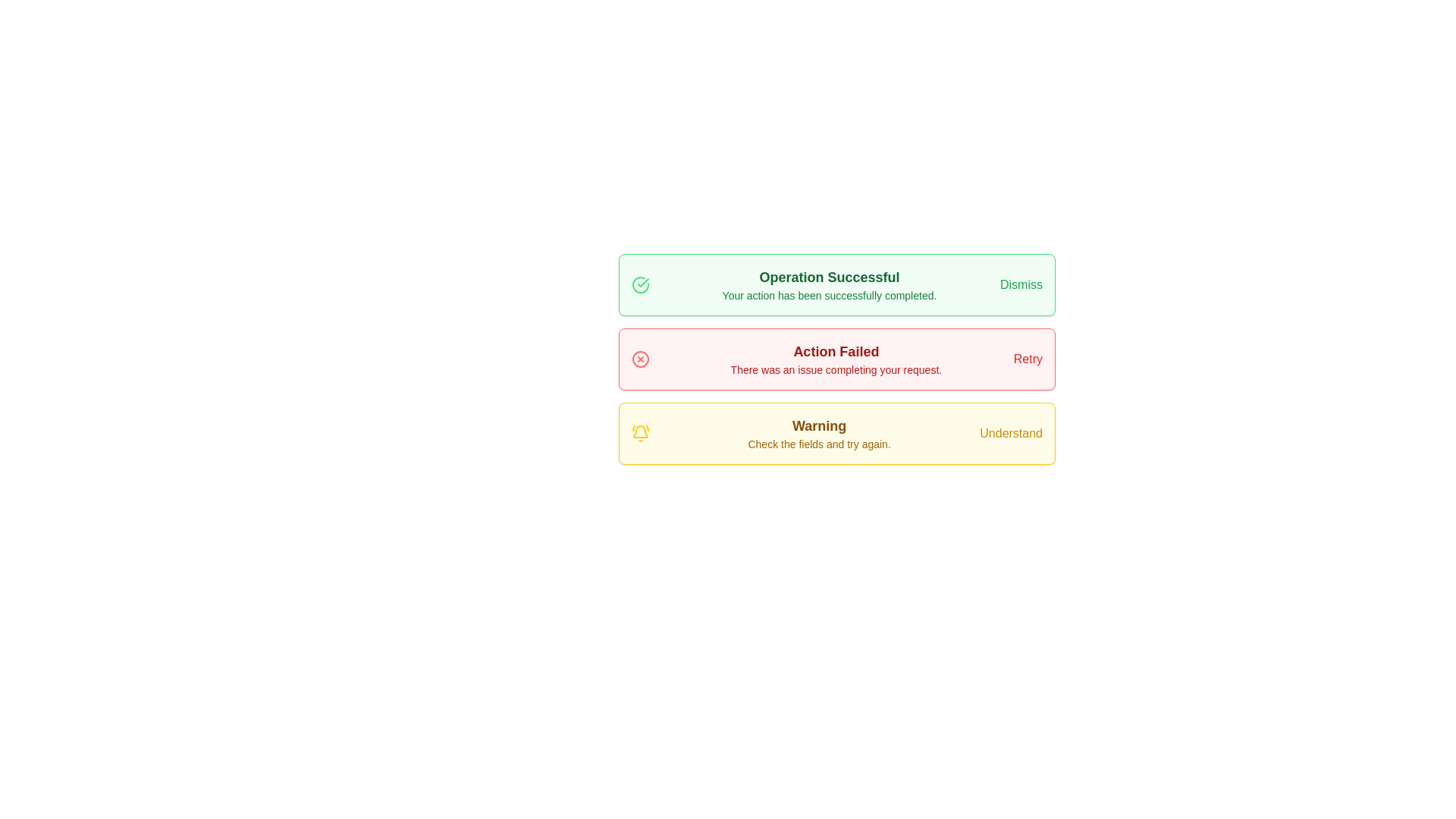 This screenshot has height=819, width=1456. What do you see at coordinates (835, 359) in the screenshot?
I see `the error notification text that states 'Action Failed' and 'There was an issue completing your request.'` at bounding box center [835, 359].